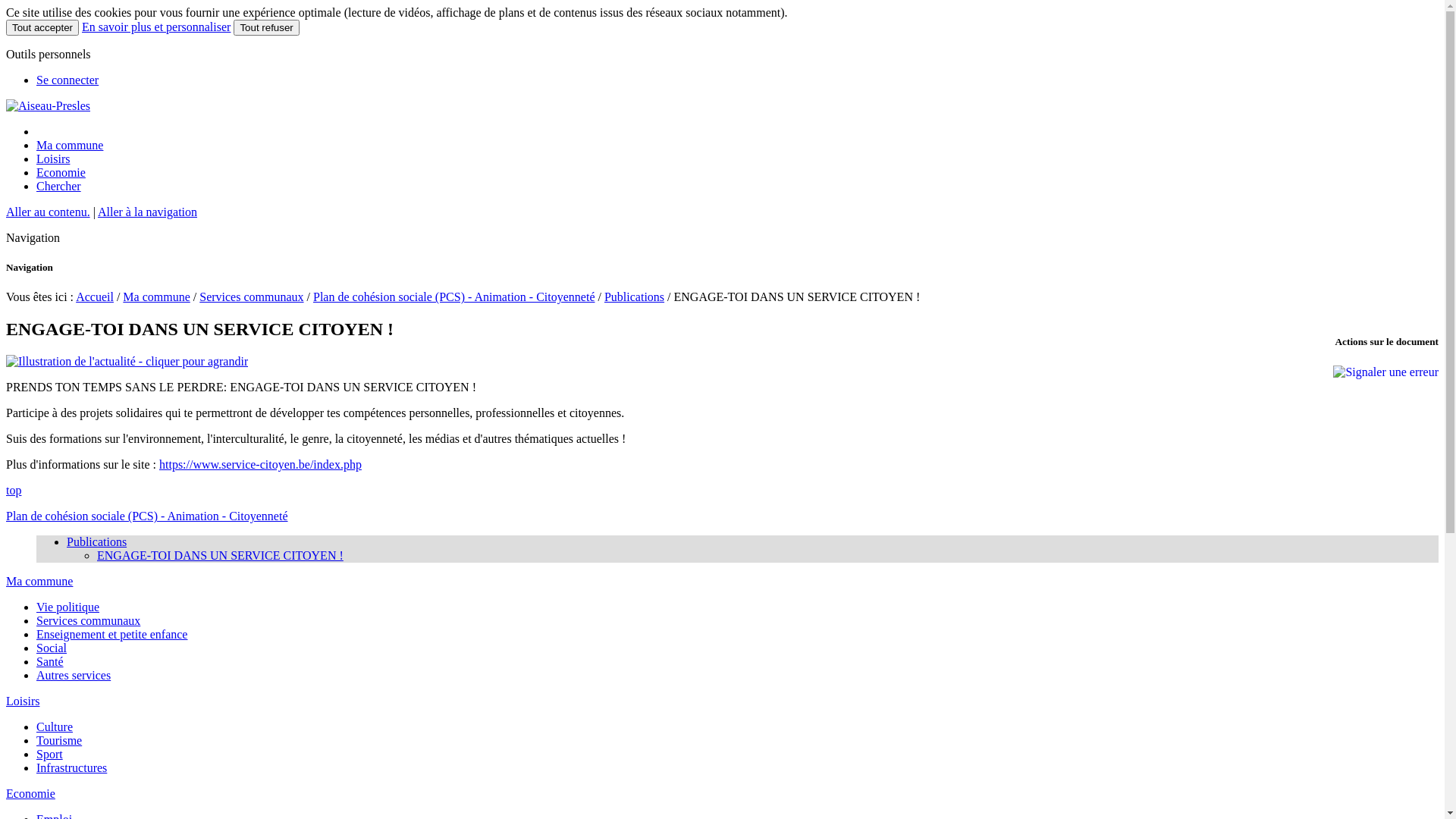 The width and height of the screenshot is (1456, 819). Describe the element at coordinates (156, 27) in the screenshot. I see `'En savoir plus et personnaliser'` at that location.